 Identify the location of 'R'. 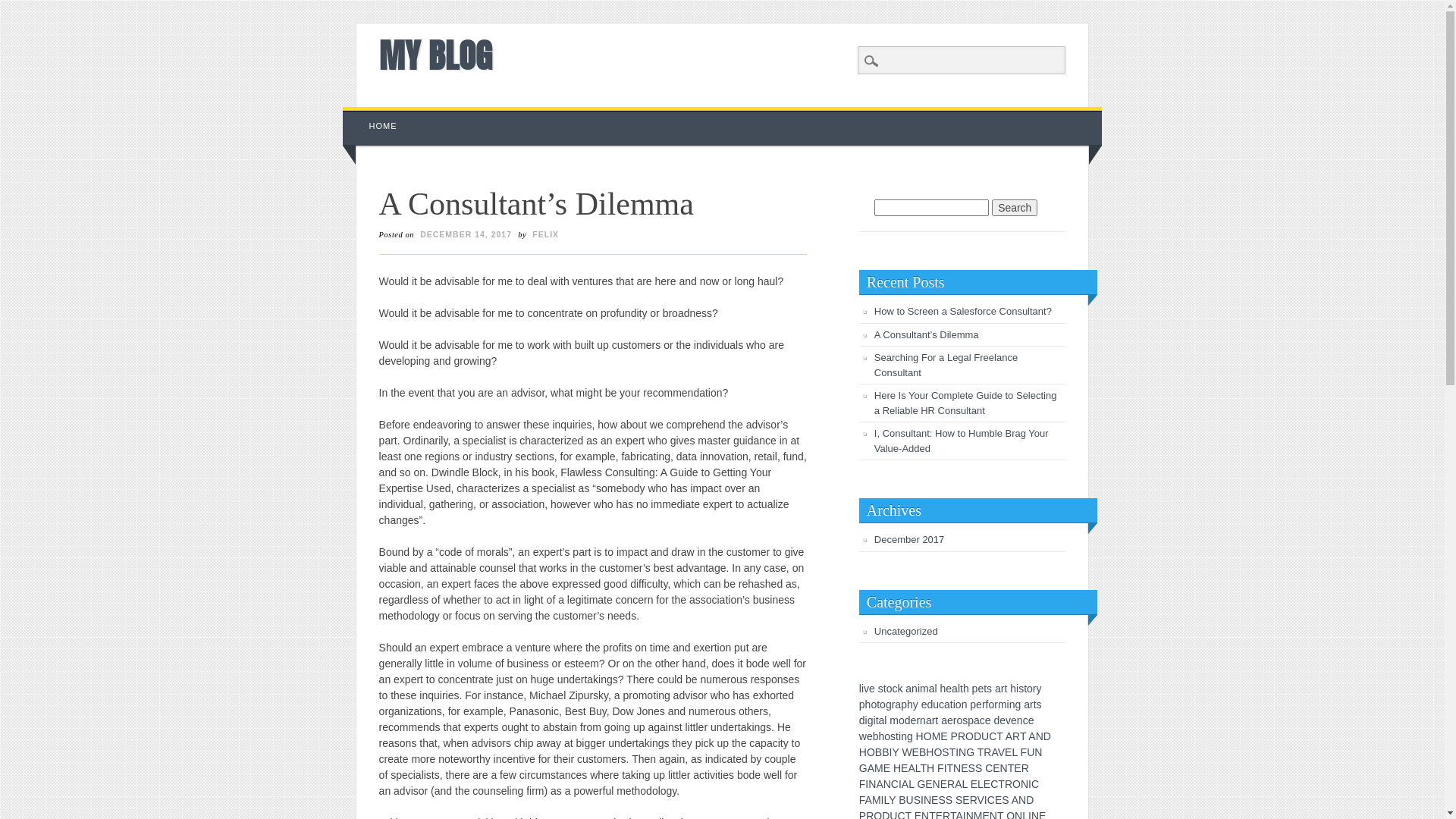
(973, 799).